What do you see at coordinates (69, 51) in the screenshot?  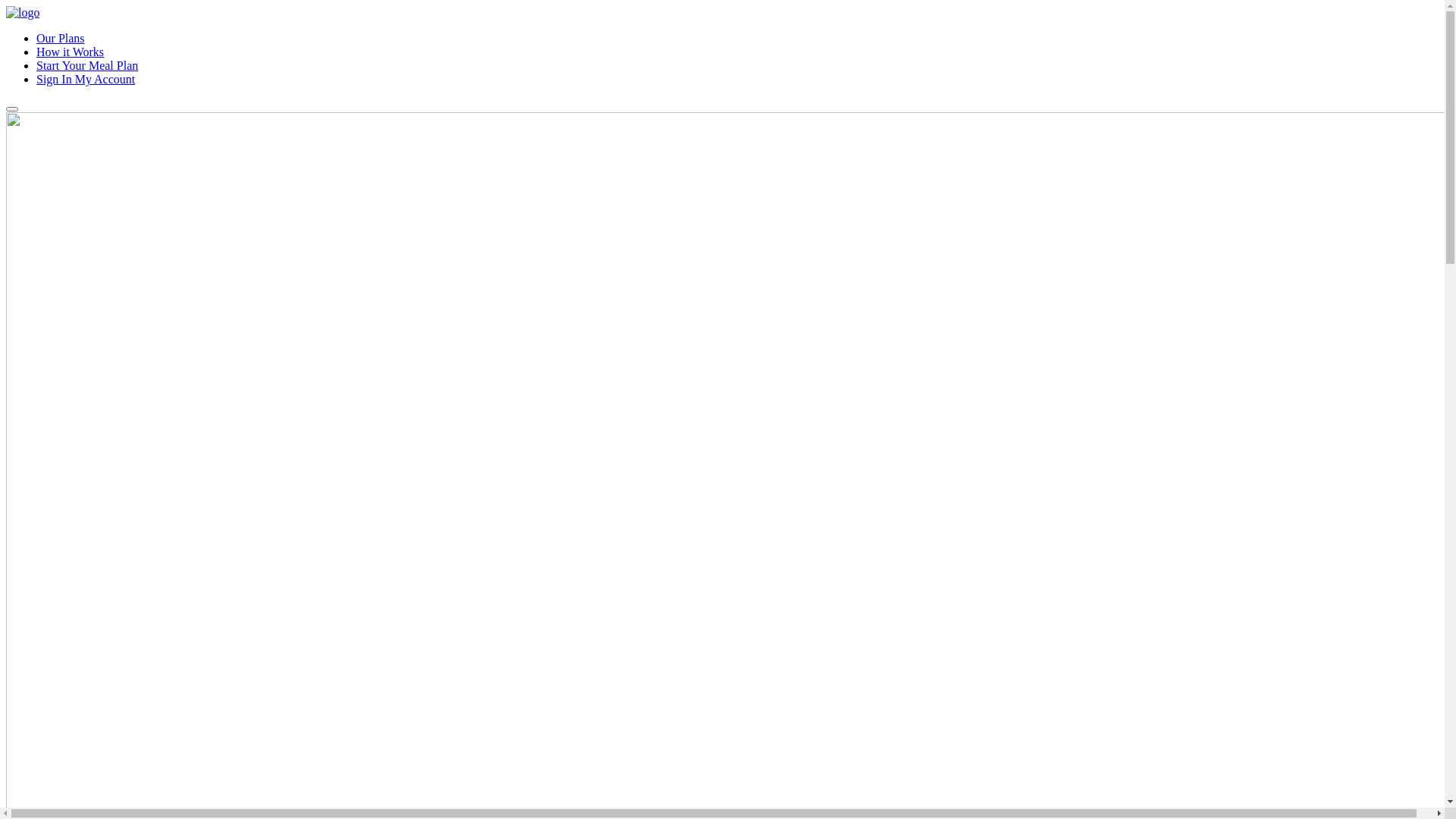 I see `'How it Works'` at bounding box center [69, 51].